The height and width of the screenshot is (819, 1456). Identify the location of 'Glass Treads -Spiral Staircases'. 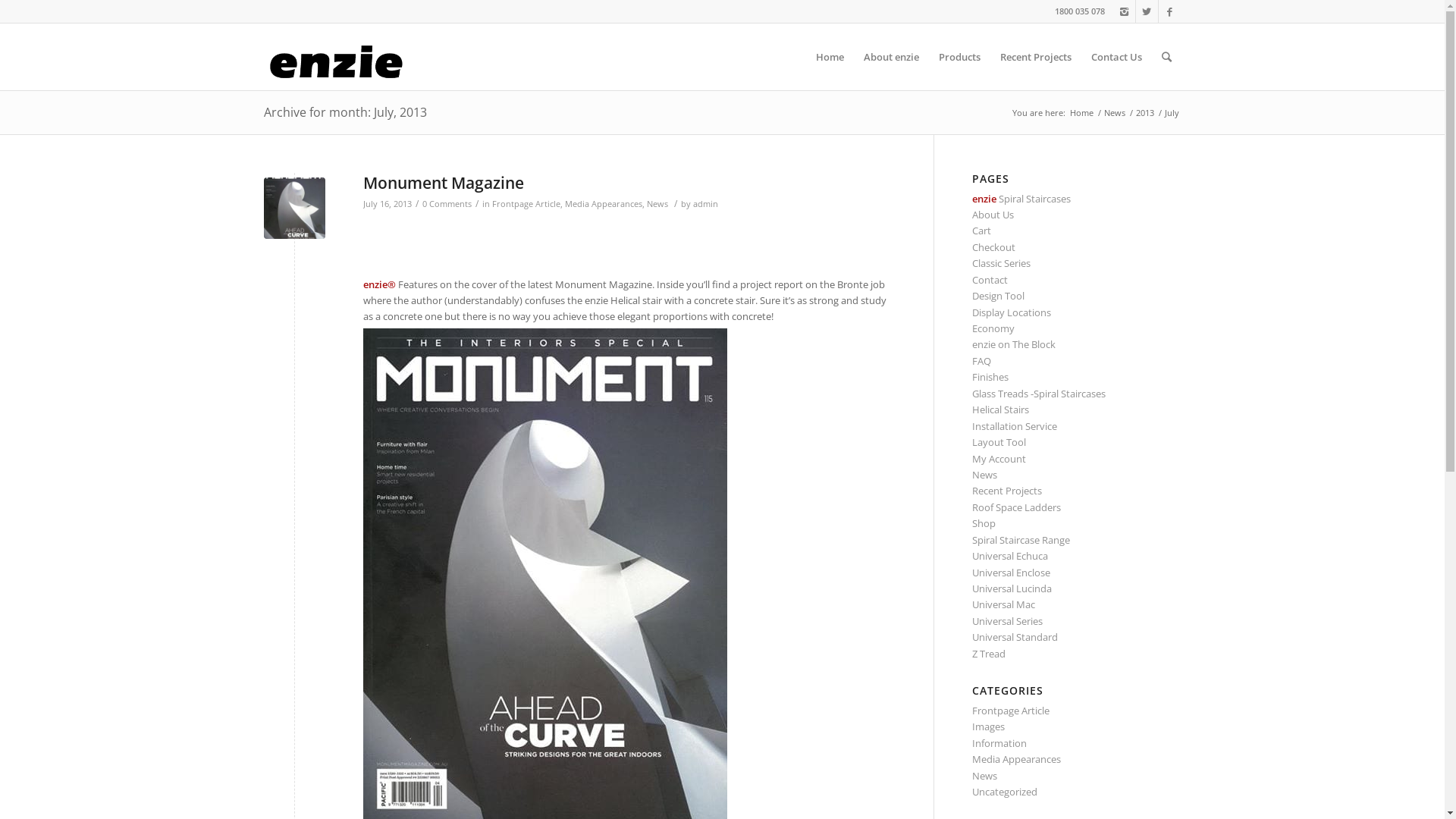
(1037, 393).